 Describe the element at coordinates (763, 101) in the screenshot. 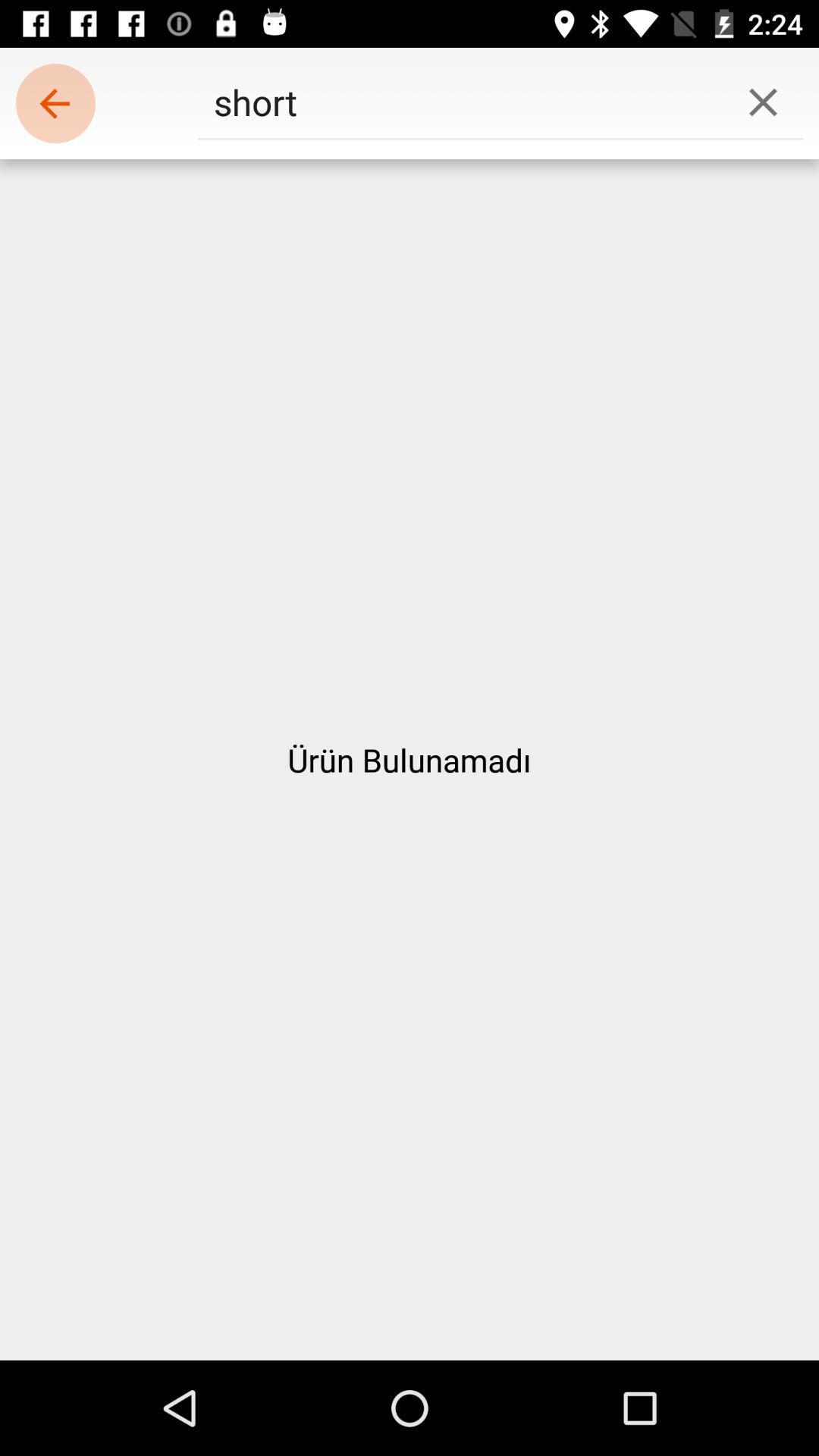

I see `the item next to the short icon` at that location.